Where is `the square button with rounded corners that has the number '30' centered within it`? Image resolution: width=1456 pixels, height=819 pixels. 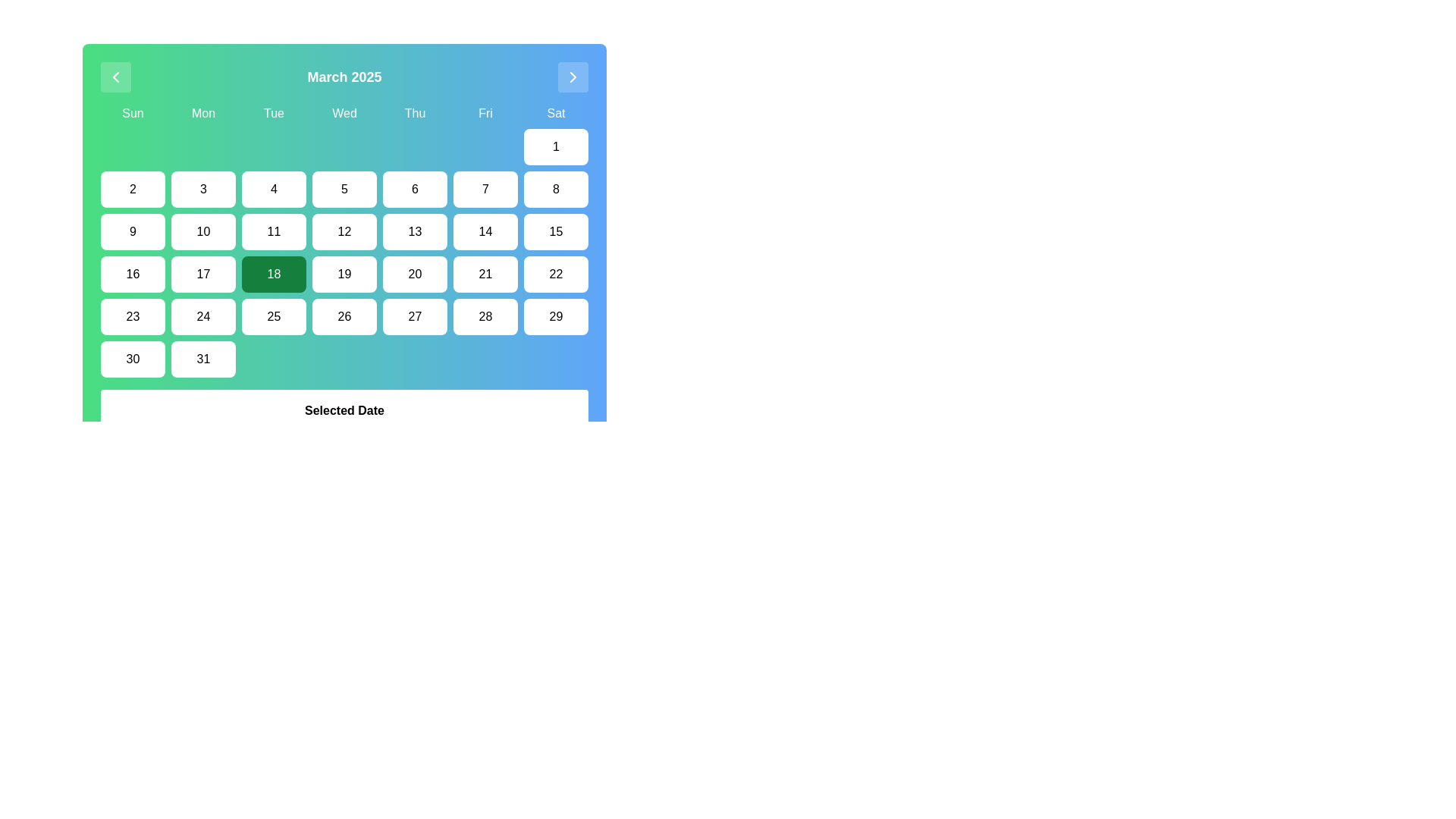
the square button with rounded corners that has the number '30' centered within it is located at coordinates (133, 359).